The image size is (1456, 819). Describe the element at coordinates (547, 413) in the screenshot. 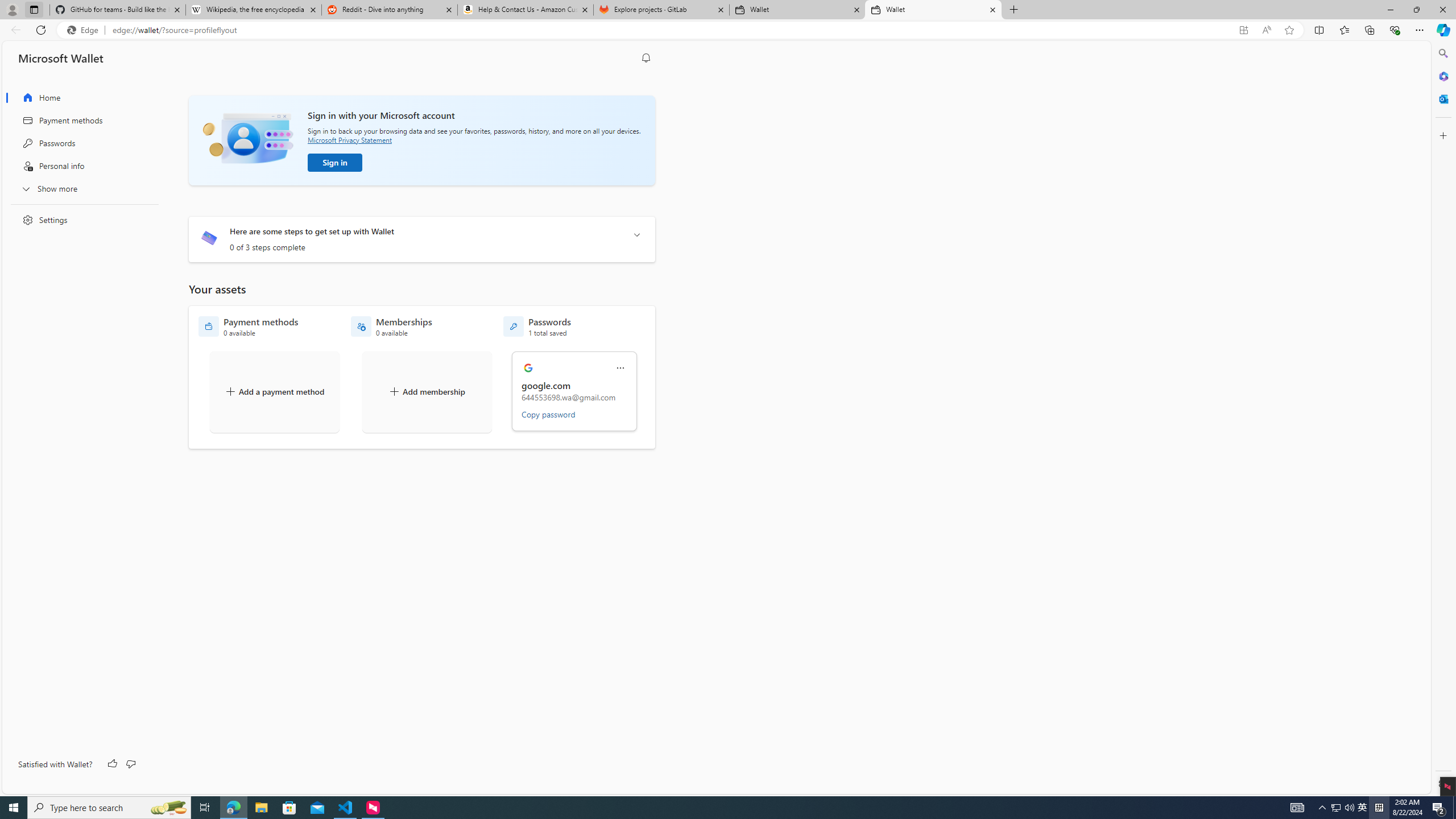

I see `'Copy password'` at that location.